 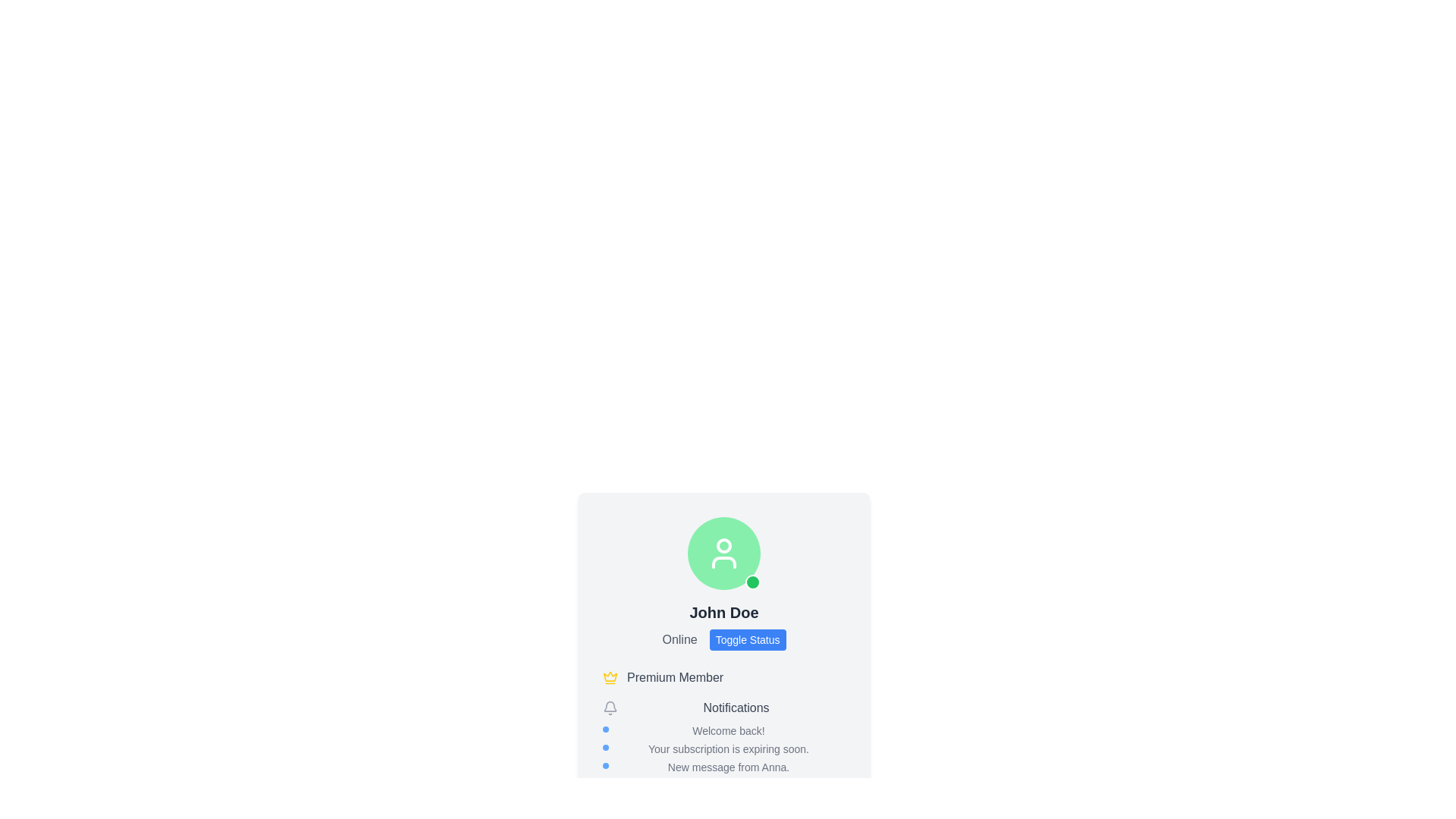 What do you see at coordinates (610, 708) in the screenshot?
I see `the bell-shaped notification icon, which is gray in color and positioned to the left of the 'Notifications' text, located at the bottom of the user information card` at bounding box center [610, 708].